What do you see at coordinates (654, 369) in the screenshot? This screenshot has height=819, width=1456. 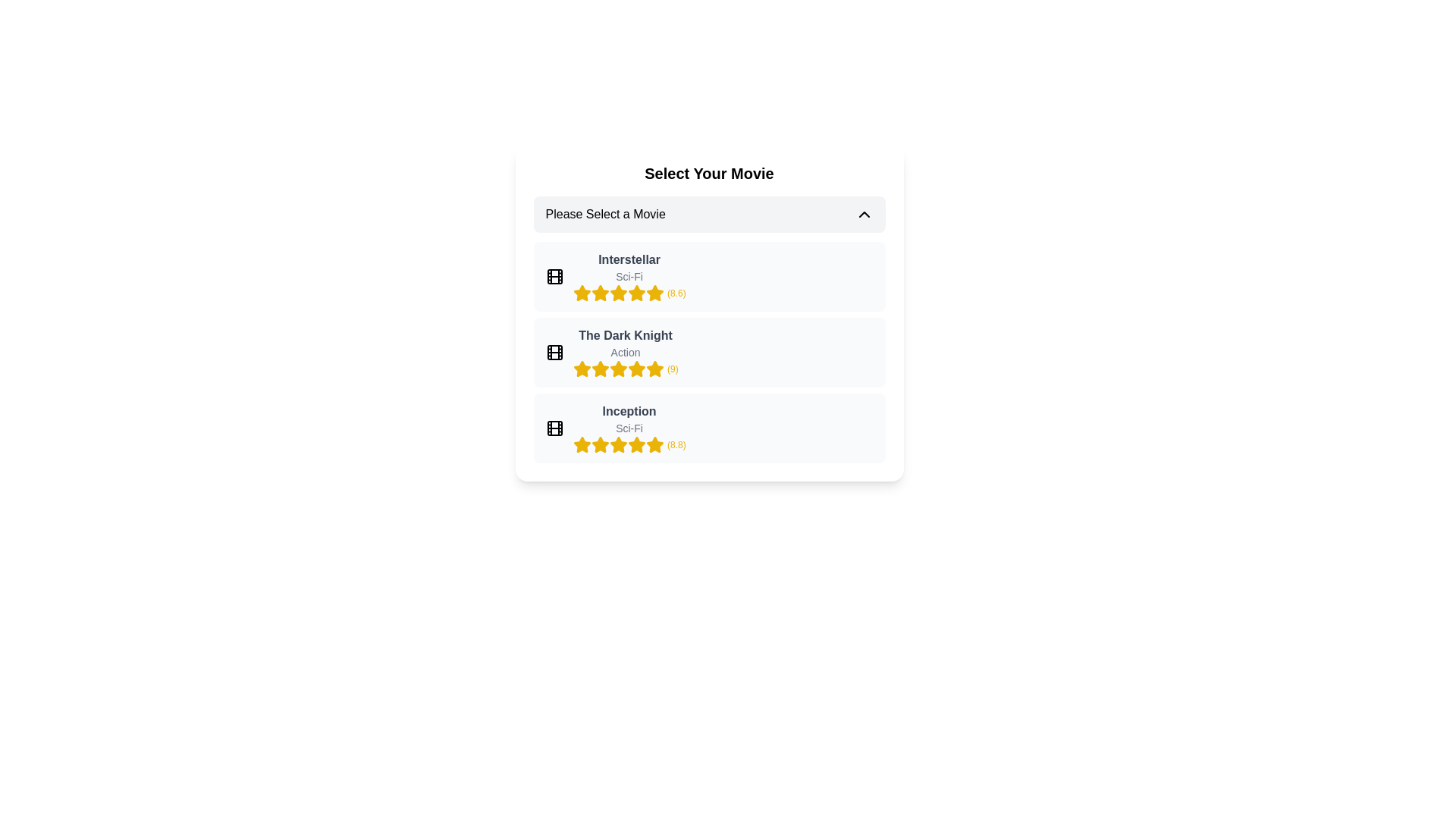 I see `the yellow star icon representing a rating marker for 'The Dark Knight' movie entry, which is the last star in the sequence of five in the third row of the list` at bounding box center [654, 369].